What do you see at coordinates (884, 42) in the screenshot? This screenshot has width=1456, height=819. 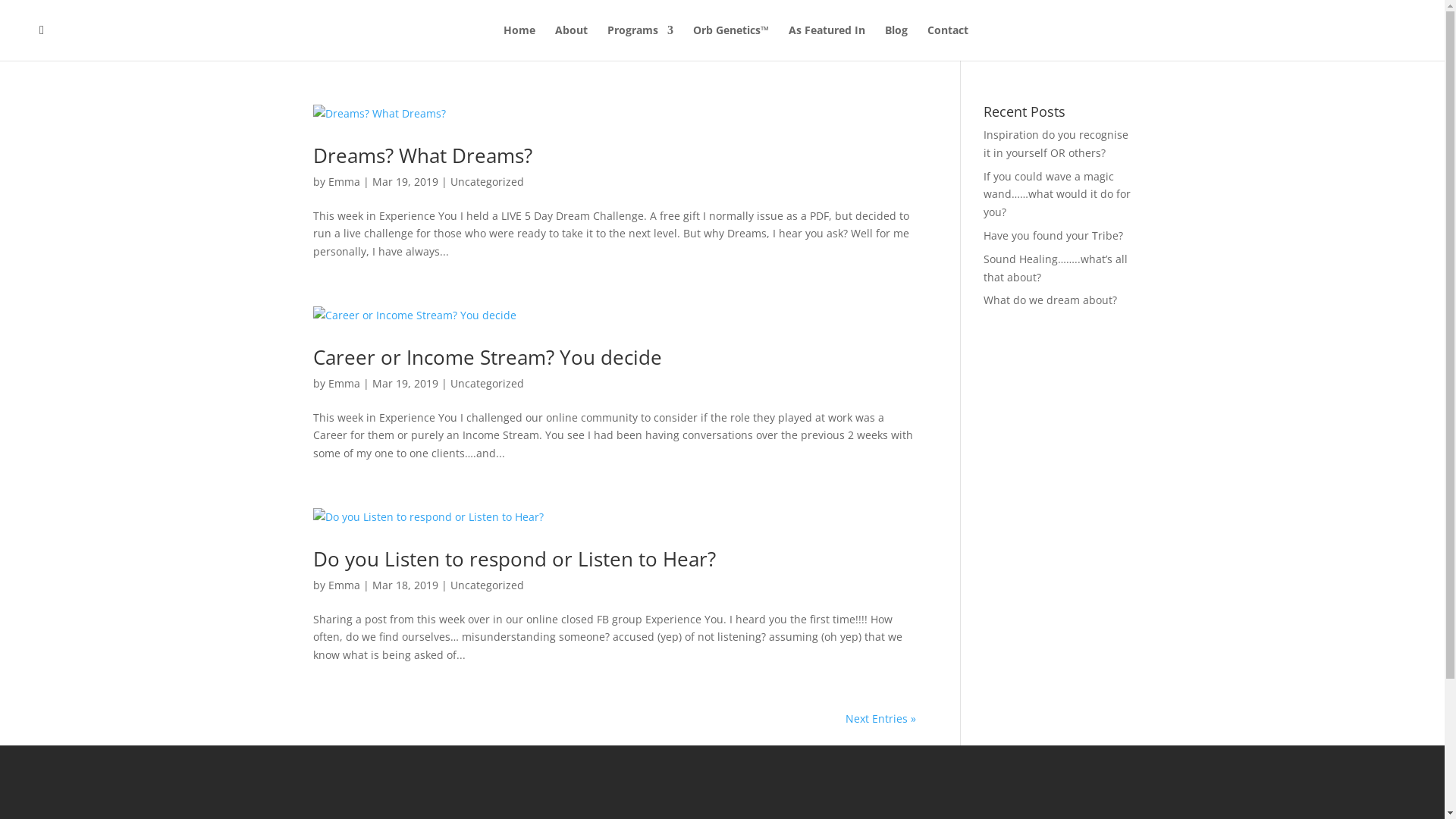 I see `'Blog'` at bounding box center [884, 42].